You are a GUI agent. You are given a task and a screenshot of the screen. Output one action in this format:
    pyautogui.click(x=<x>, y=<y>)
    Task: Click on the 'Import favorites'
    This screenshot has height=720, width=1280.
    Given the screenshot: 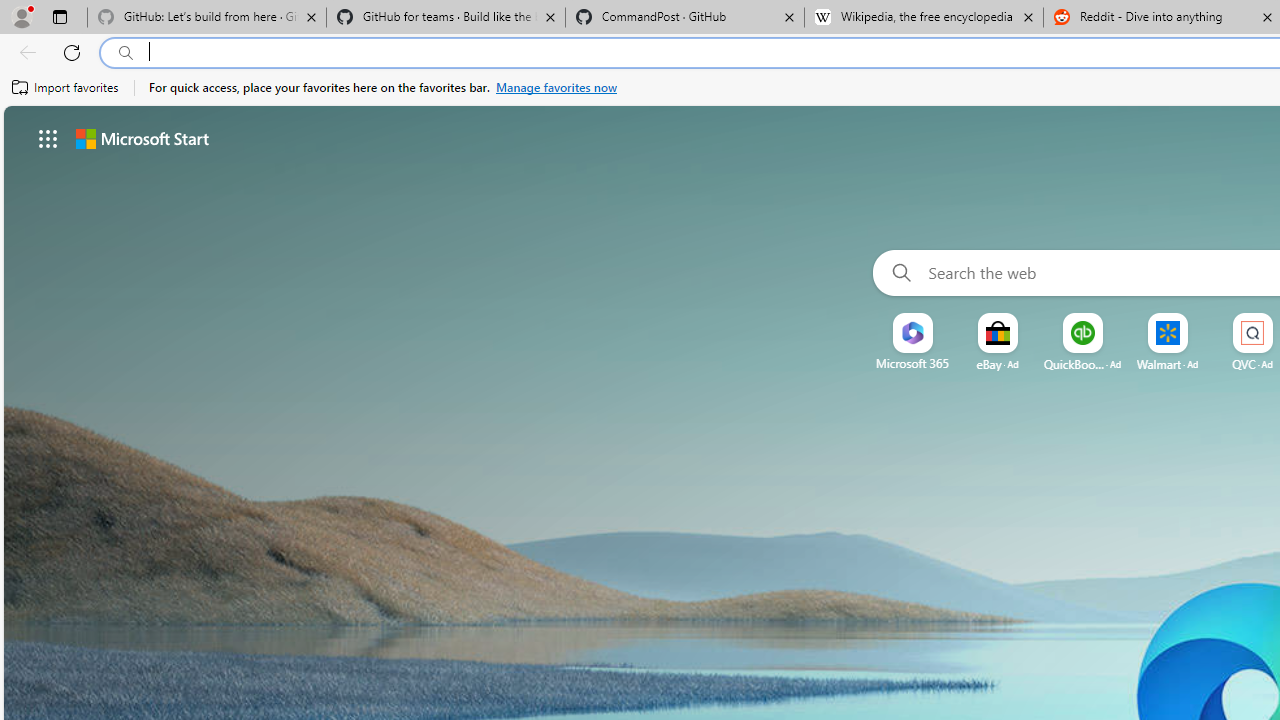 What is the action you would take?
    pyautogui.click(x=65, y=87)
    